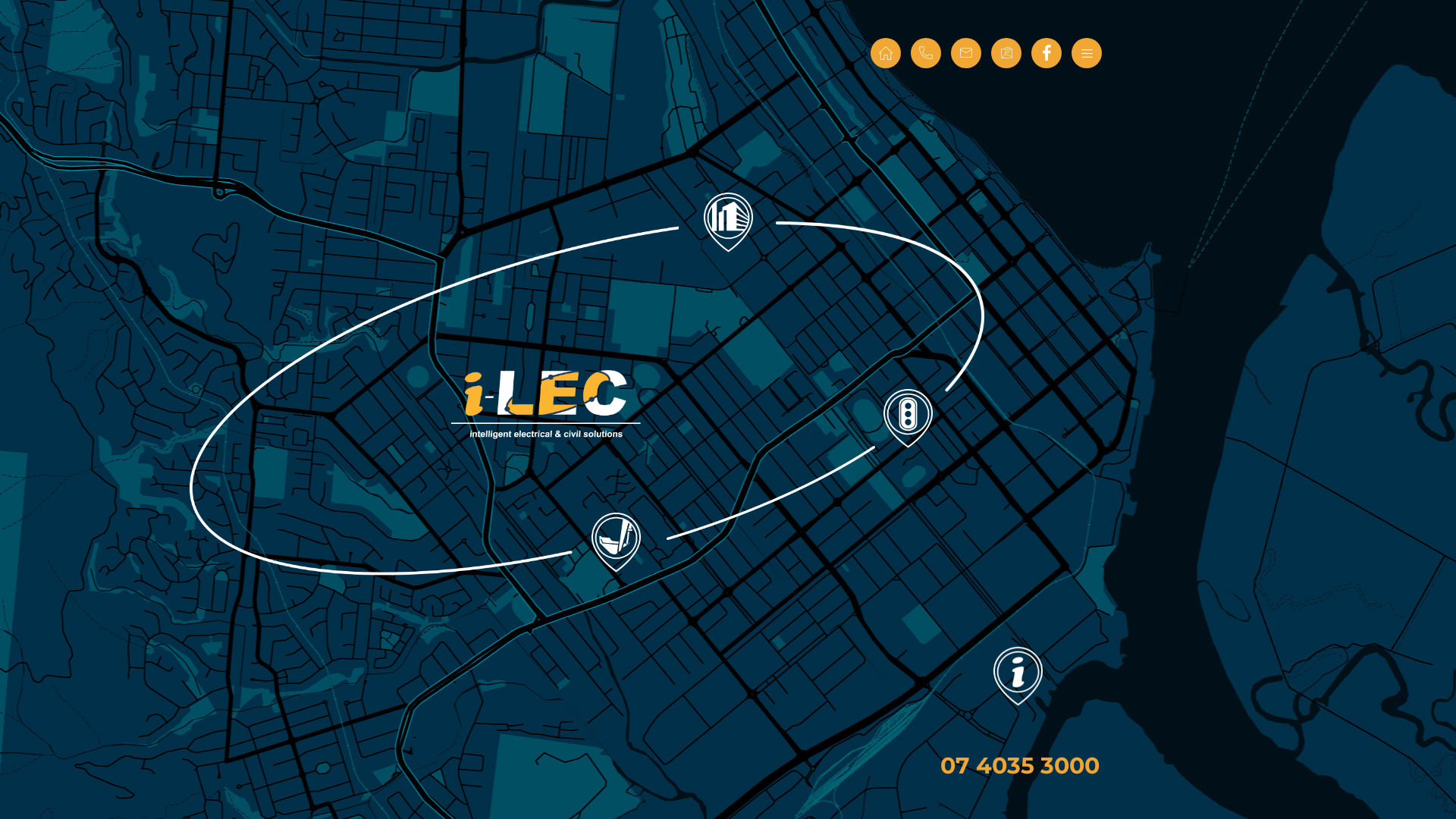  Describe the element at coordinates (1019, 765) in the screenshot. I see `'07 4035 3000'` at that location.